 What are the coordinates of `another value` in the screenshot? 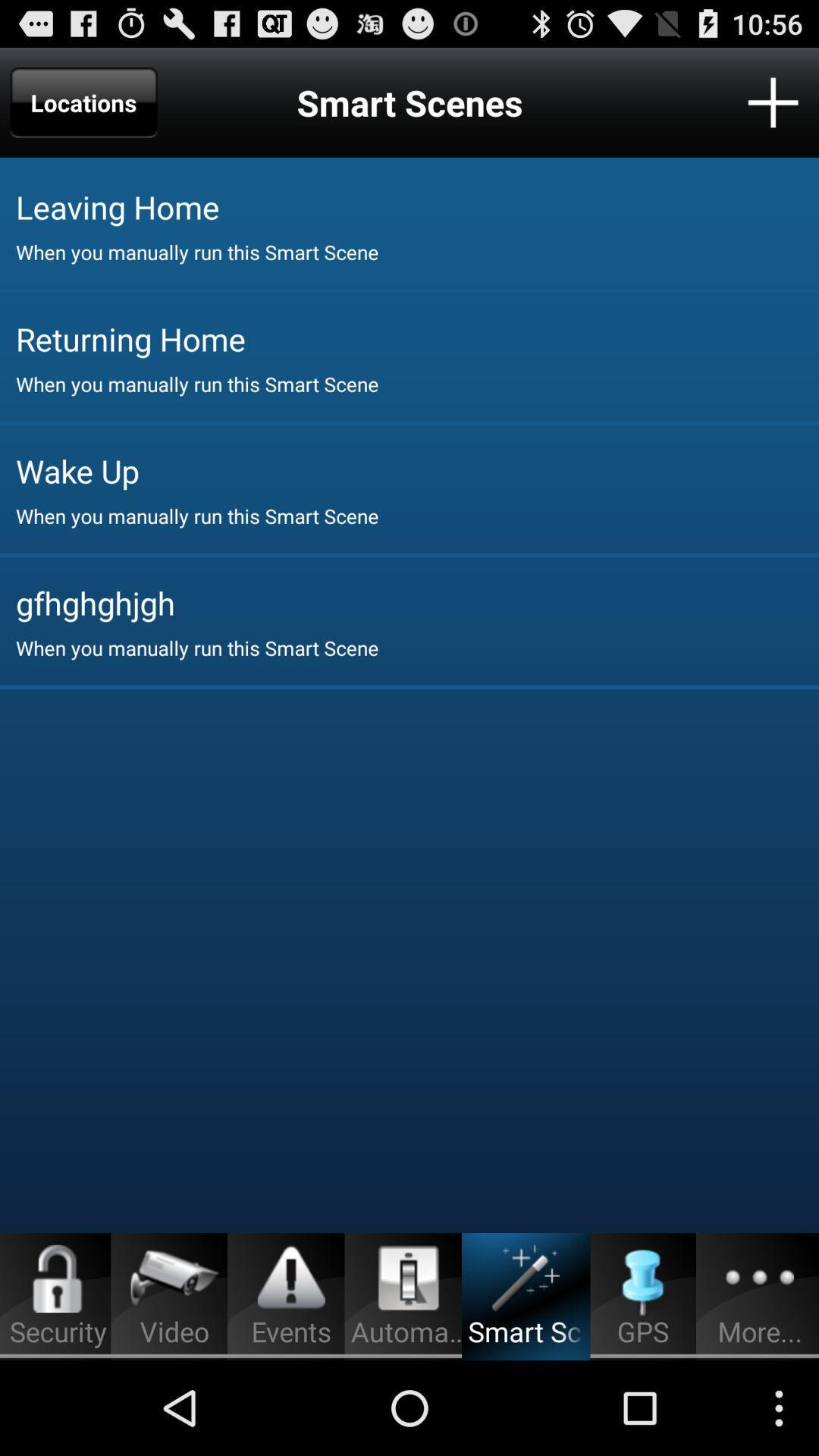 It's located at (773, 102).